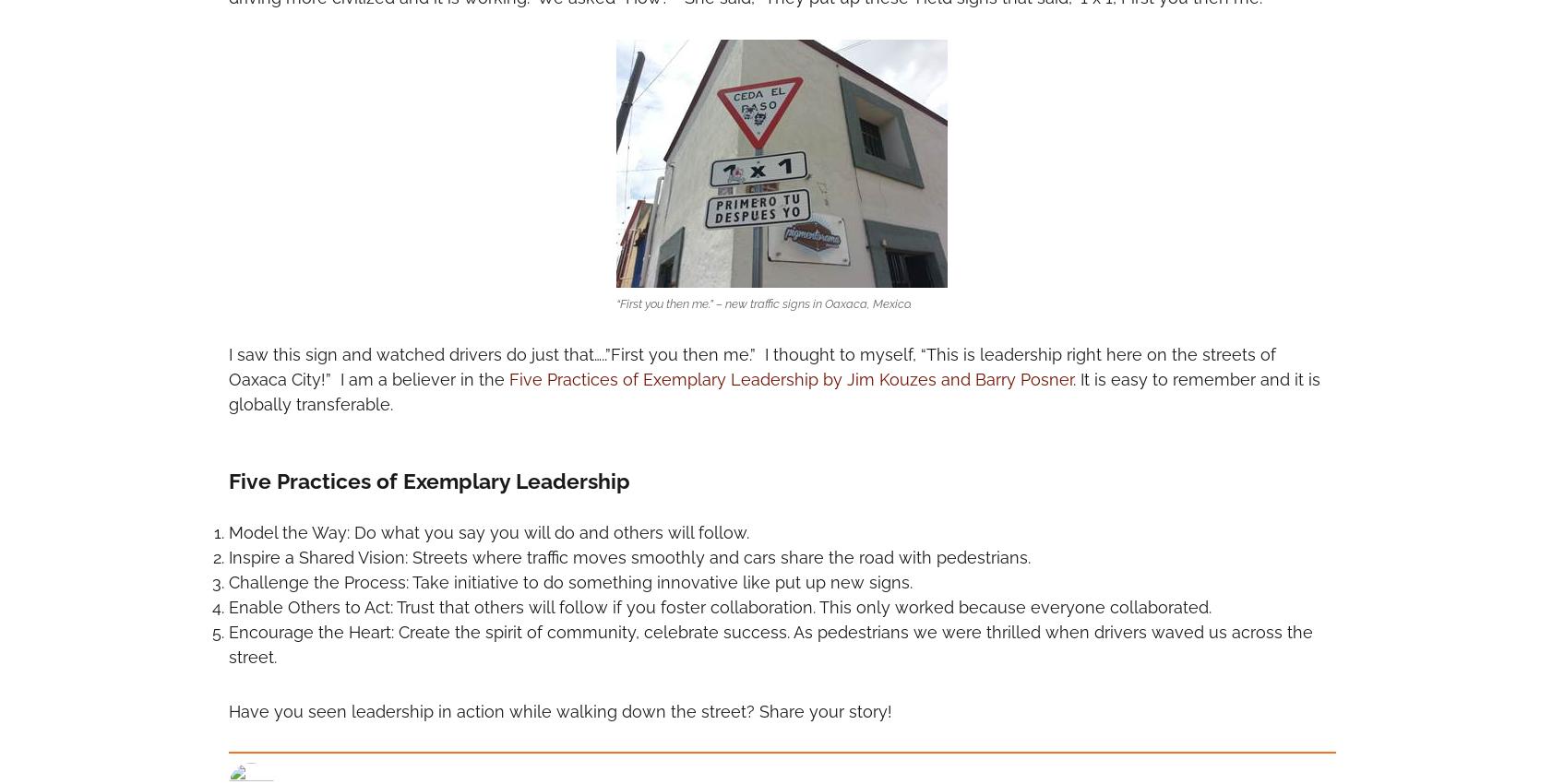 The width and height of the screenshot is (1564, 784). What do you see at coordinates (789, 379) in the screenshot?
I see `'Five Practices of Exemplary Leadership by Jim Kouzes and Barry Posner'` at bounding box center [789, 379].